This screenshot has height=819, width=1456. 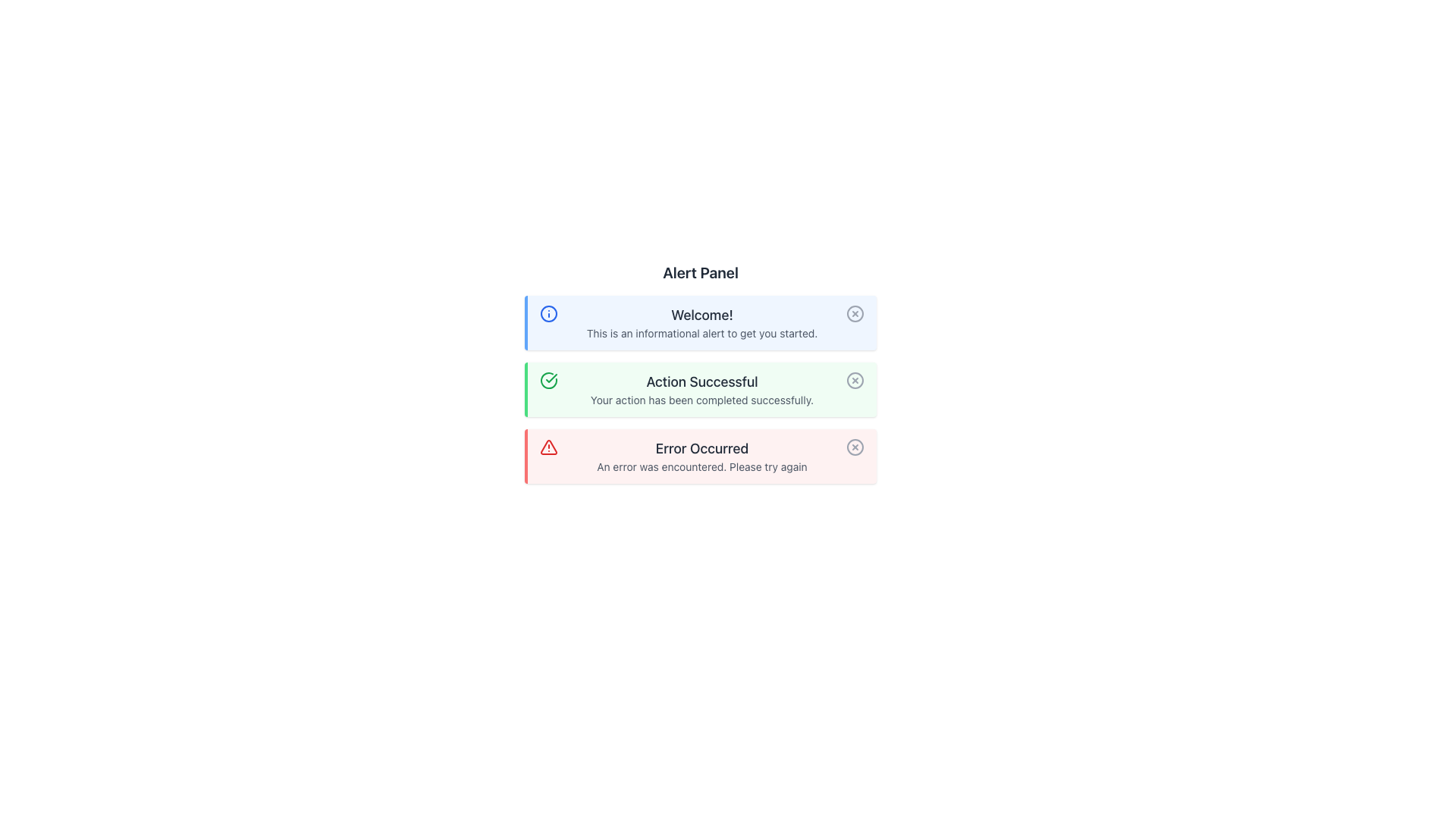 I want to click on the error header text which is the first line in the red-background alert box at the bottom of the alert panel, so click(x=701, y=447).